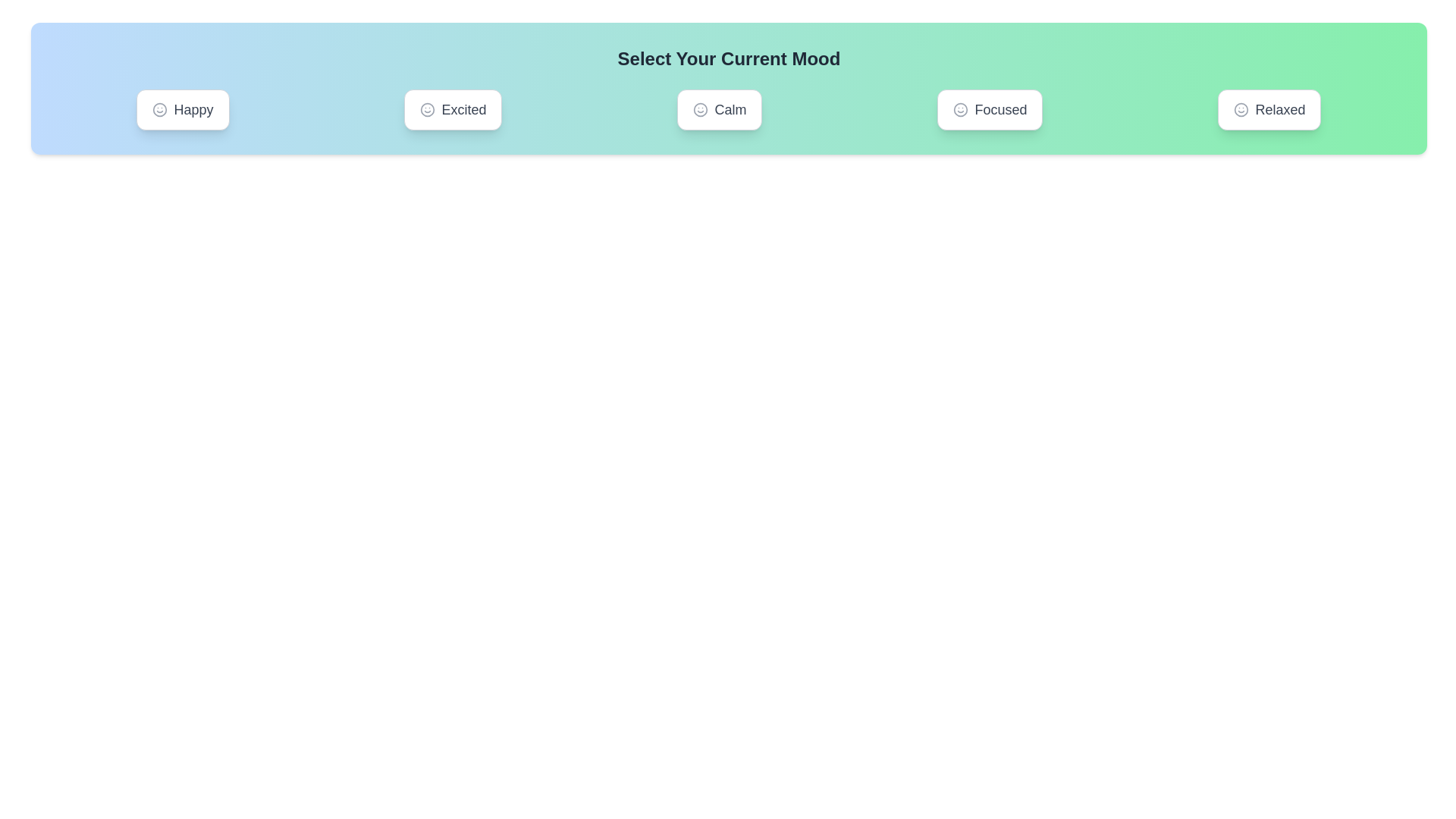 The width and height of the screenshot is (1456, 819). I want to click on the mood button labeled Relaxed, so click(1269, 109).